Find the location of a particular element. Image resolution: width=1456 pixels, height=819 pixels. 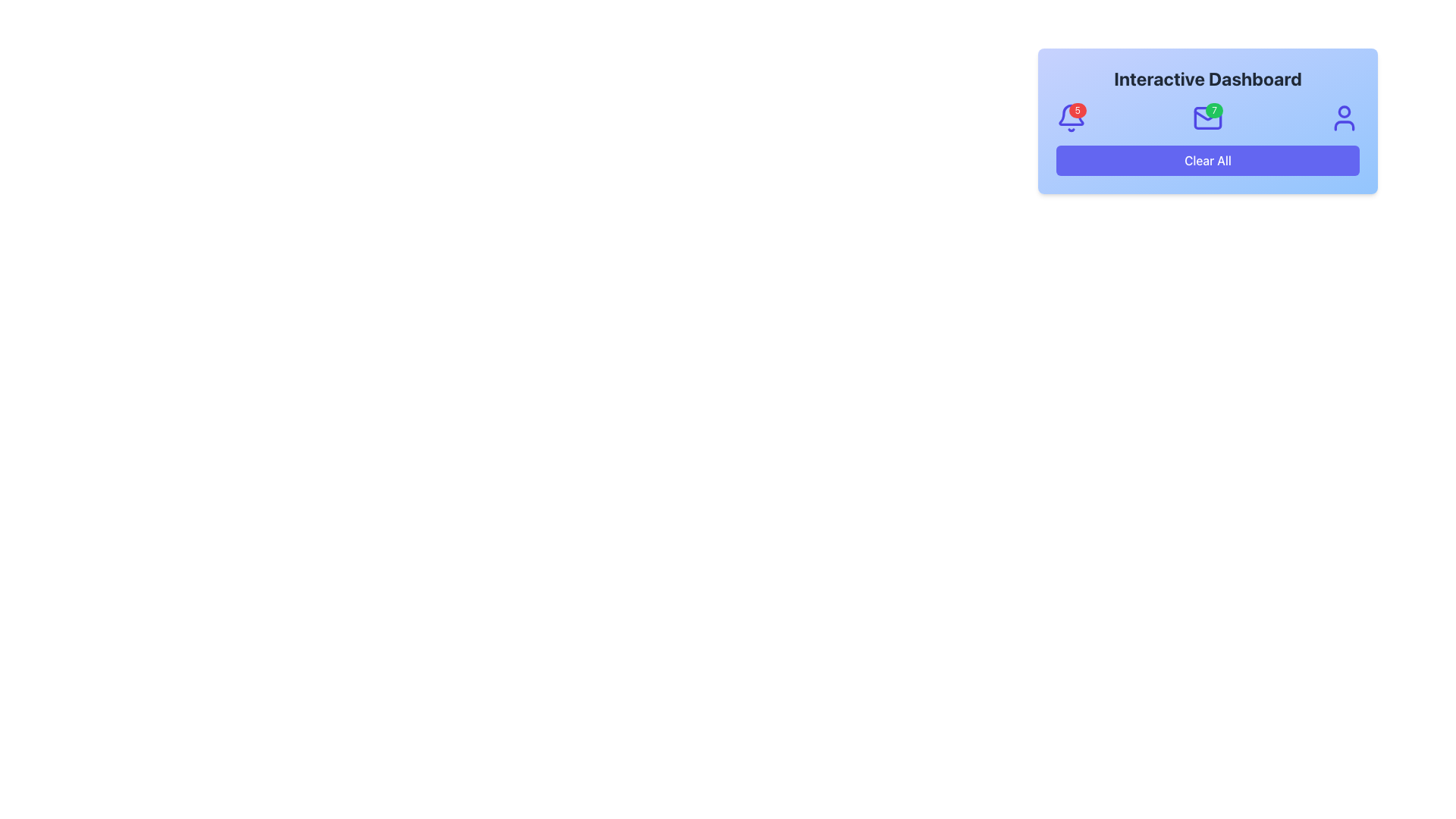

the user profile icon located in the top-right section of the 'Interactive Dashboard' card is located at coordinates (1344, 117).